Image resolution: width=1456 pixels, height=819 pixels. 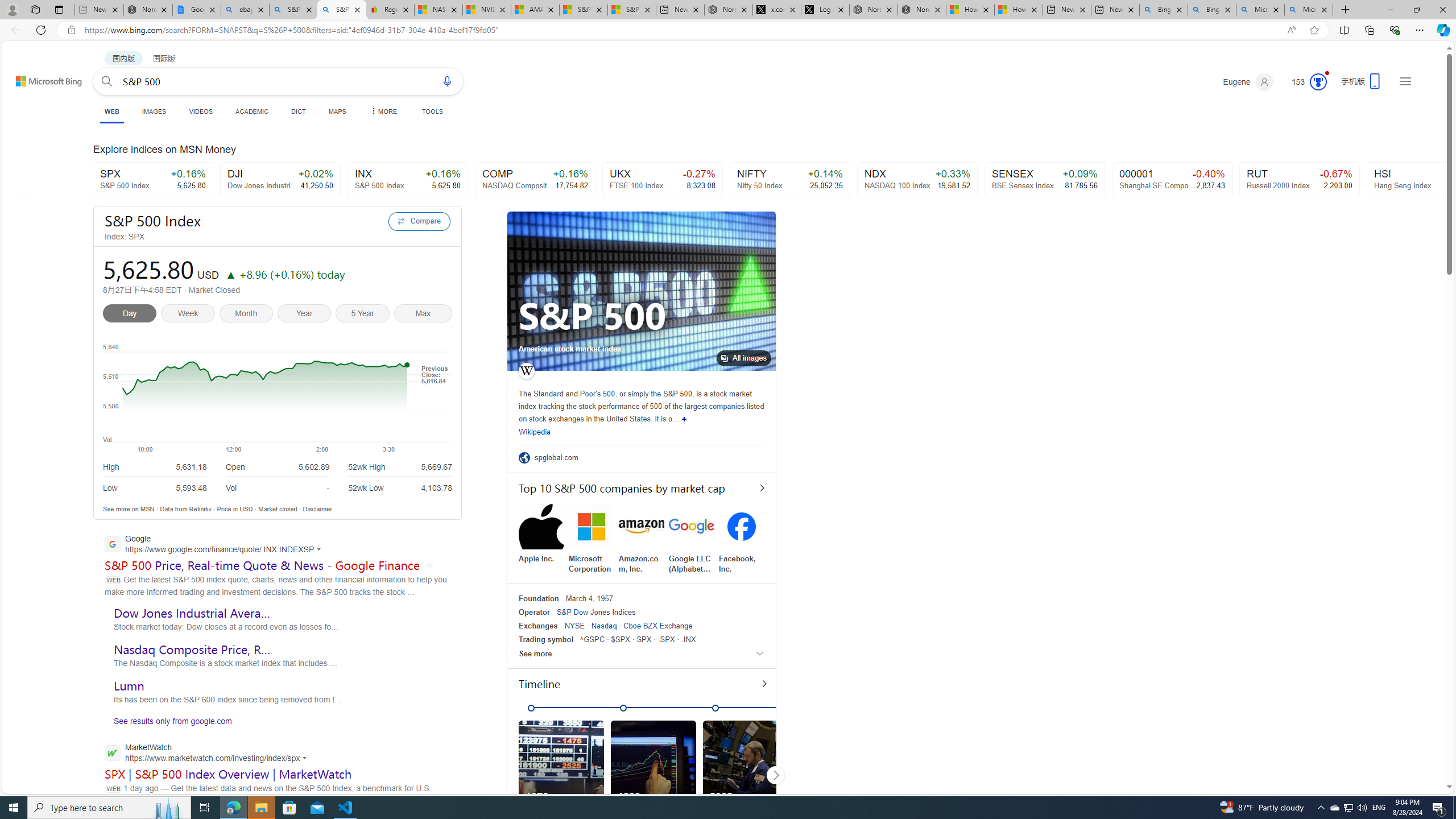 I want to click on 'Search using voice', so click(x=446, y=80).